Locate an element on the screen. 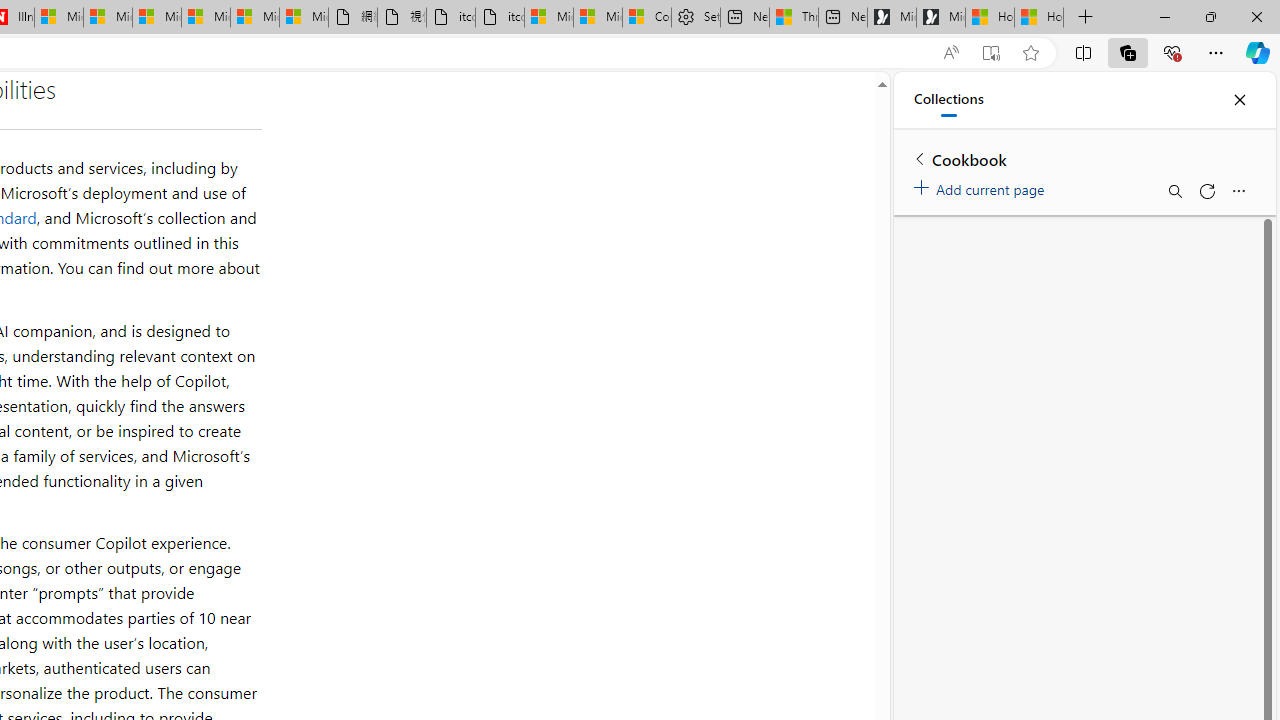  'Back to list of collections' is located at coordinates (919, 158).